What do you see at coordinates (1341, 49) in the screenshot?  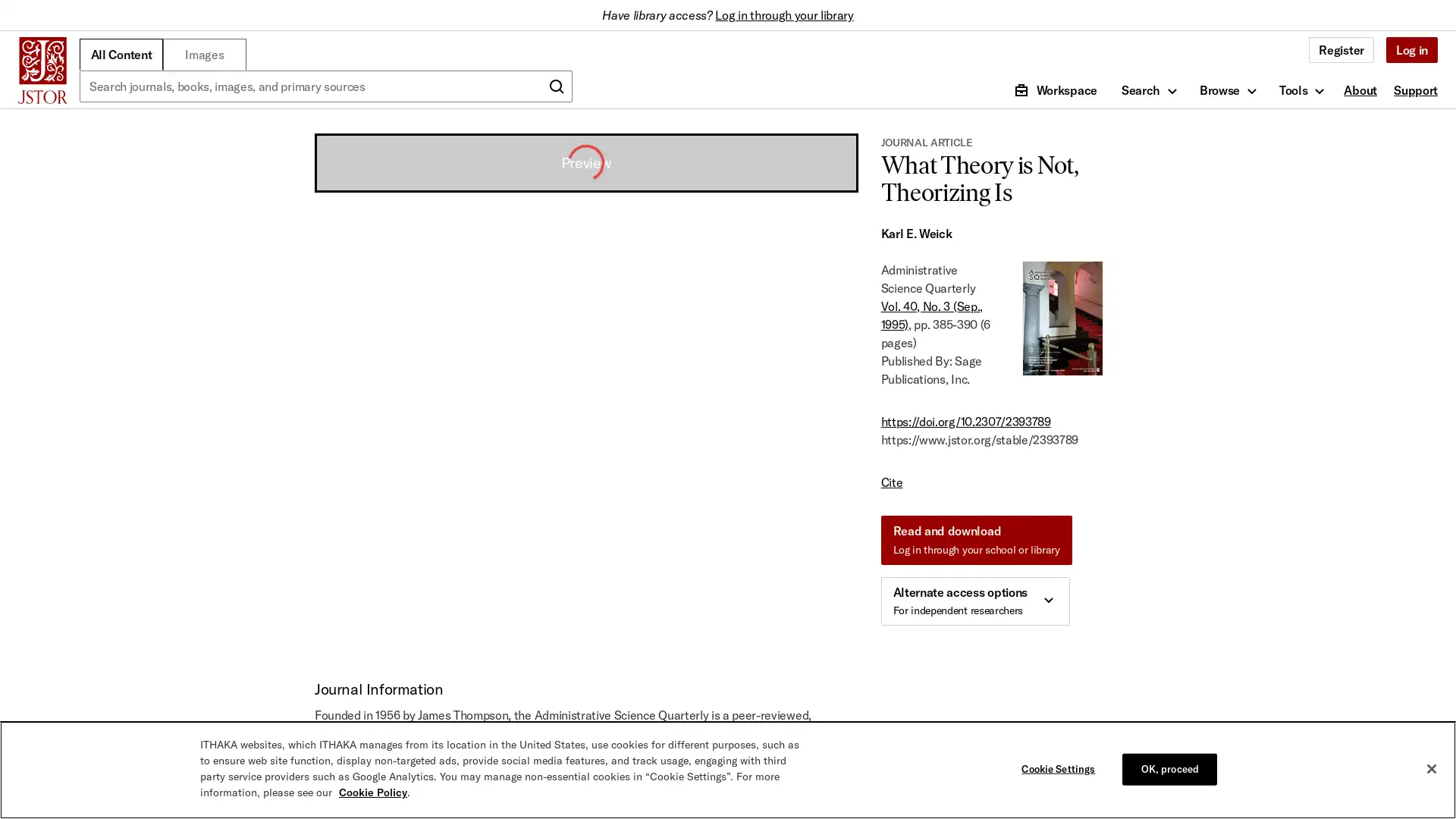 I see `Register` at bounding box center [1341, 49].